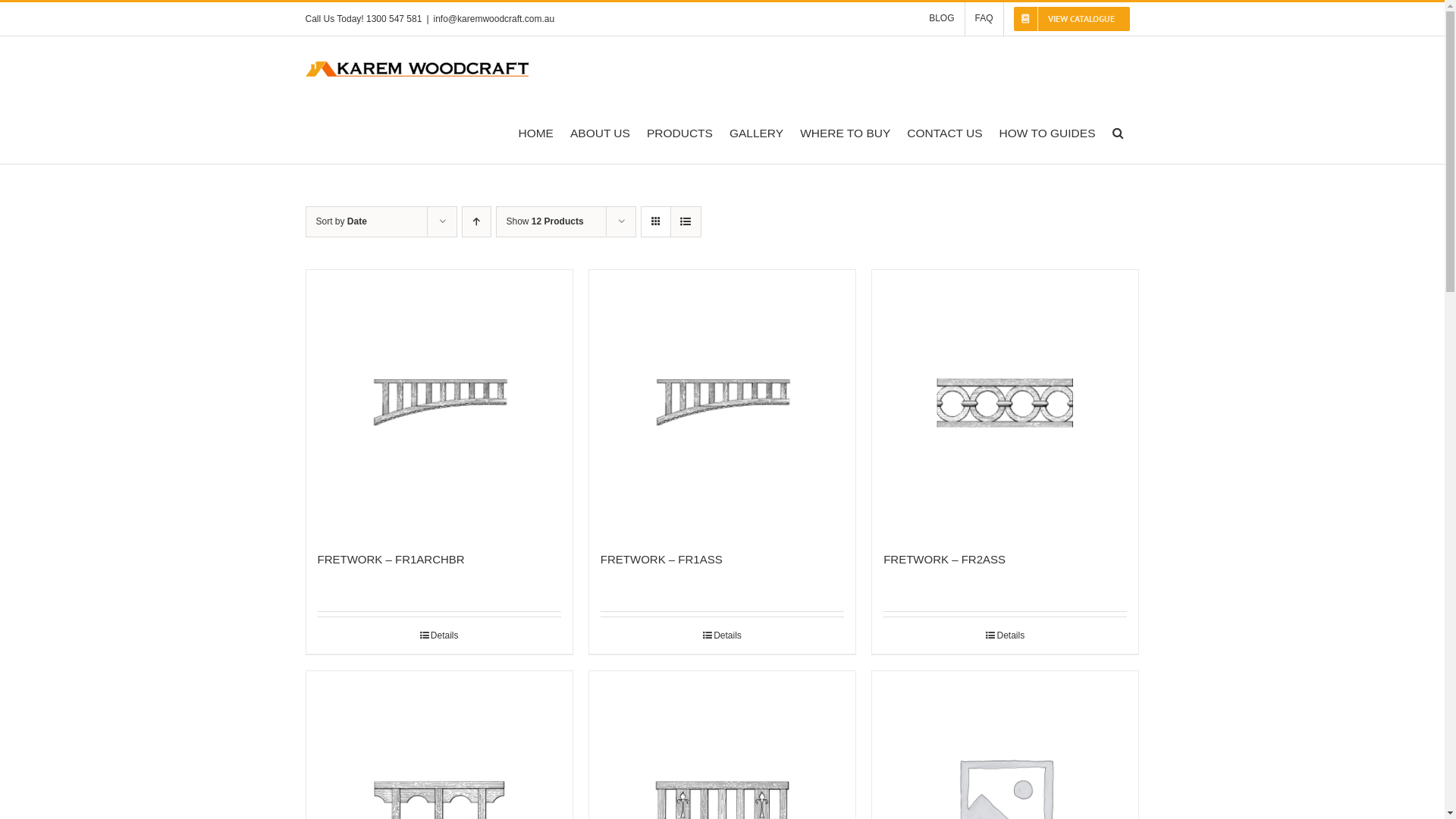  What do you see at coordinates (918, 18) in the screenshot?
I see `'BLOG'` at bounding box center [918, 18].